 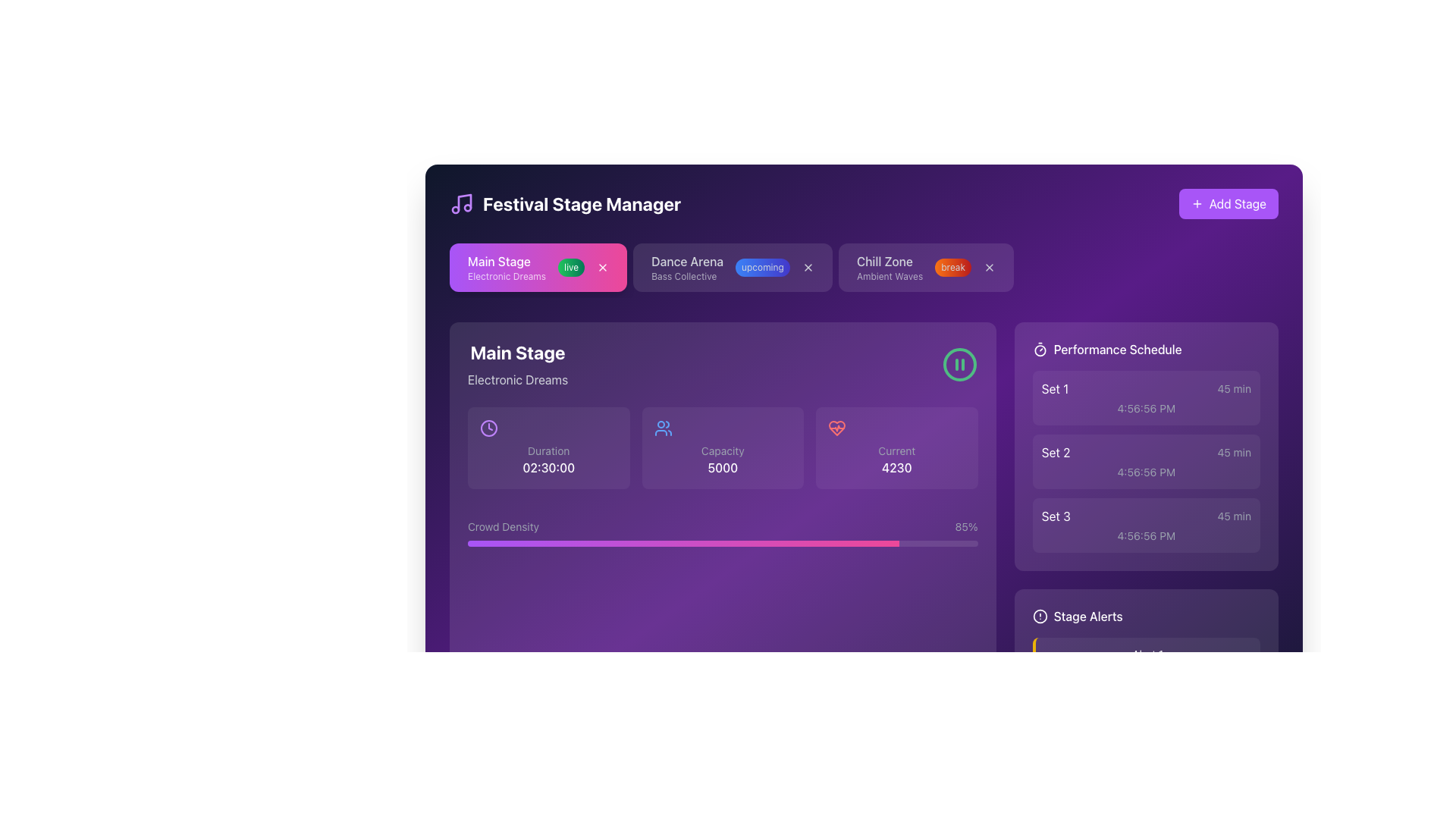 I want to click on the duration information displayed in the text label showing '02:30:00', which is located in the center-left of a card layout, alongside a clock icon and the text 'Duration', so click(x=548, y=467).